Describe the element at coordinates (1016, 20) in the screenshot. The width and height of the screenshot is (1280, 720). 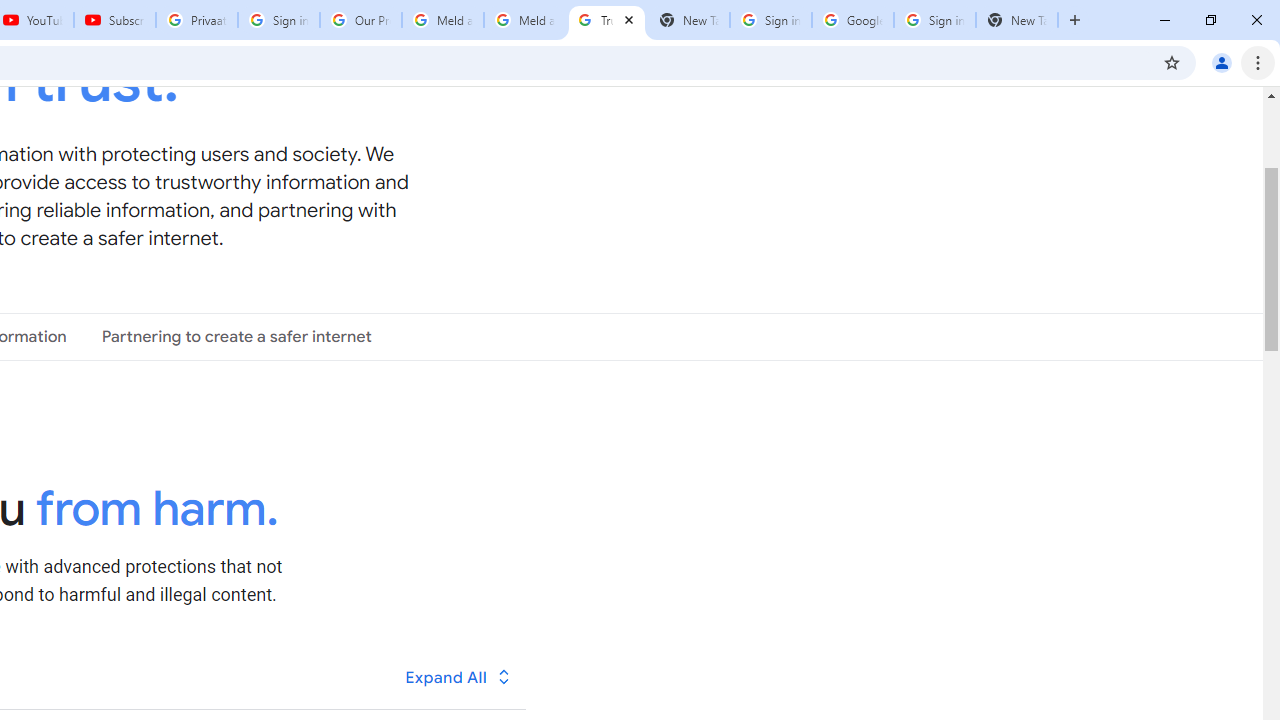
I see `'New Tab'` at that location.